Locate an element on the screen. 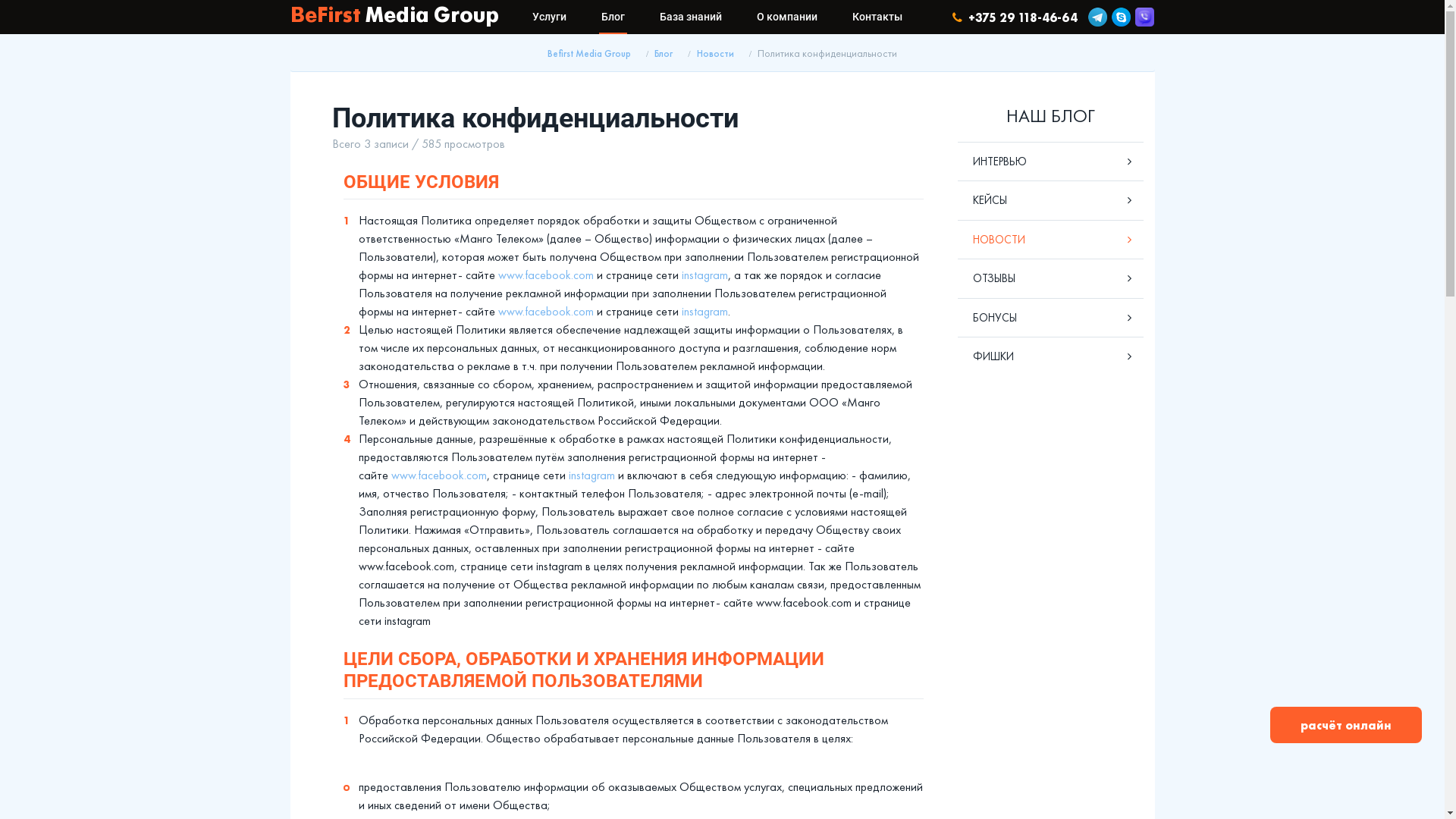 Image resolution: width=1456 pixels, height=819 pixels. 'instagram' is located at coordinates (591, 474).